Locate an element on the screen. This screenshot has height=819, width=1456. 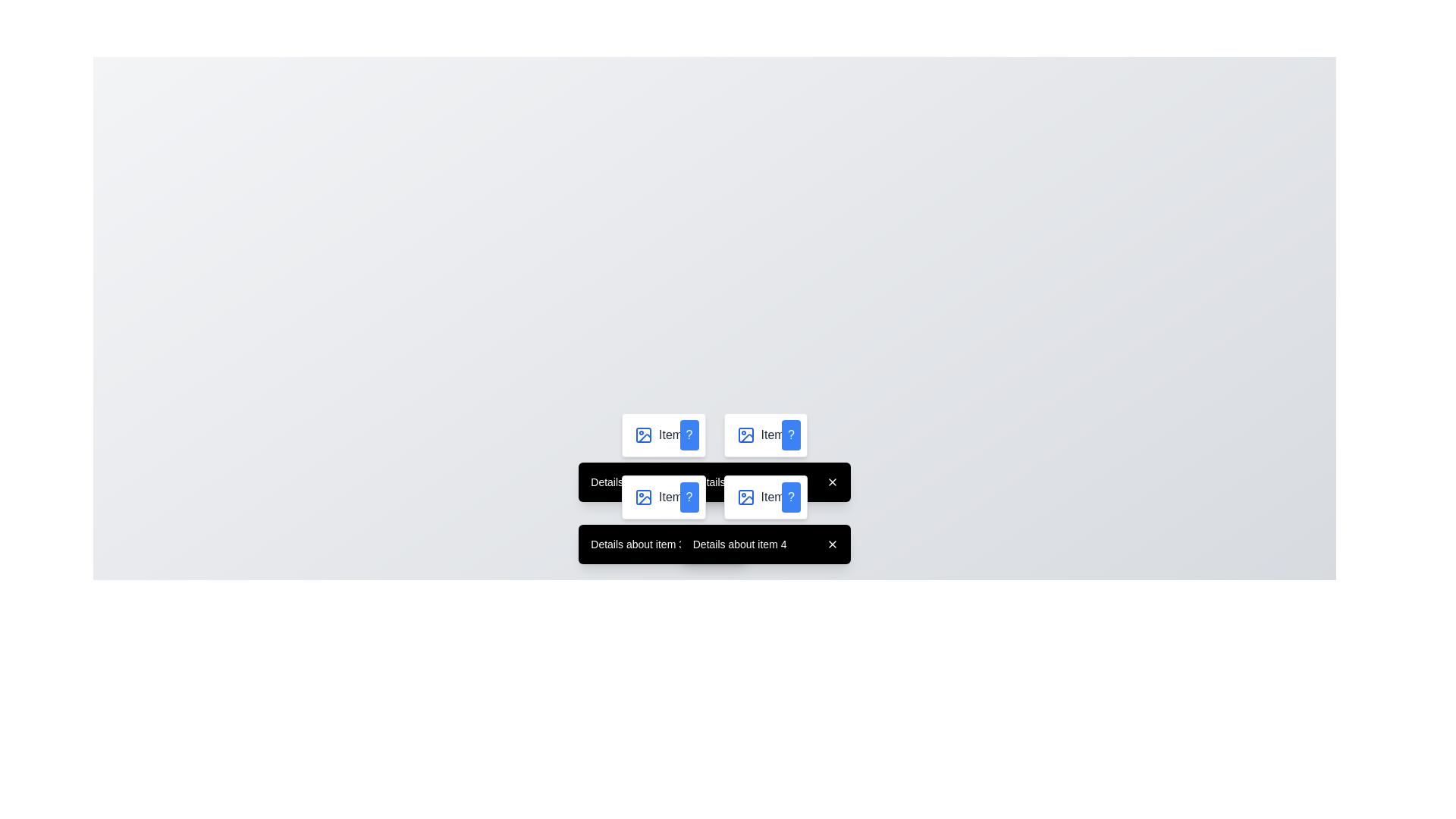
the fourth Label with an adjacent graphic icon located centrally in the middle row of elements within the card interface is located at coordinates (765, 497).